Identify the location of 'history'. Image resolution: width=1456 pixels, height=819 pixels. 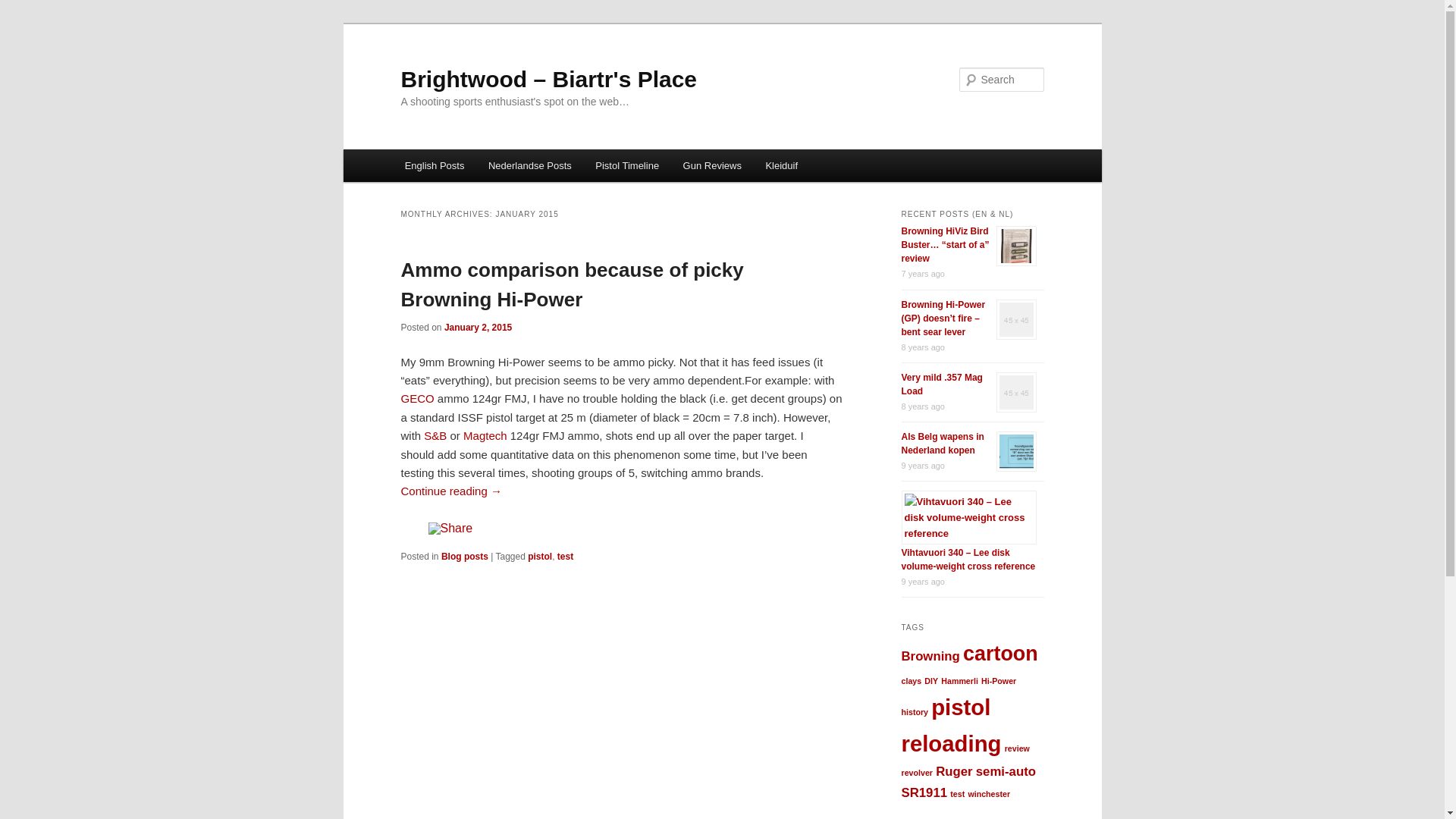
(913, 711).